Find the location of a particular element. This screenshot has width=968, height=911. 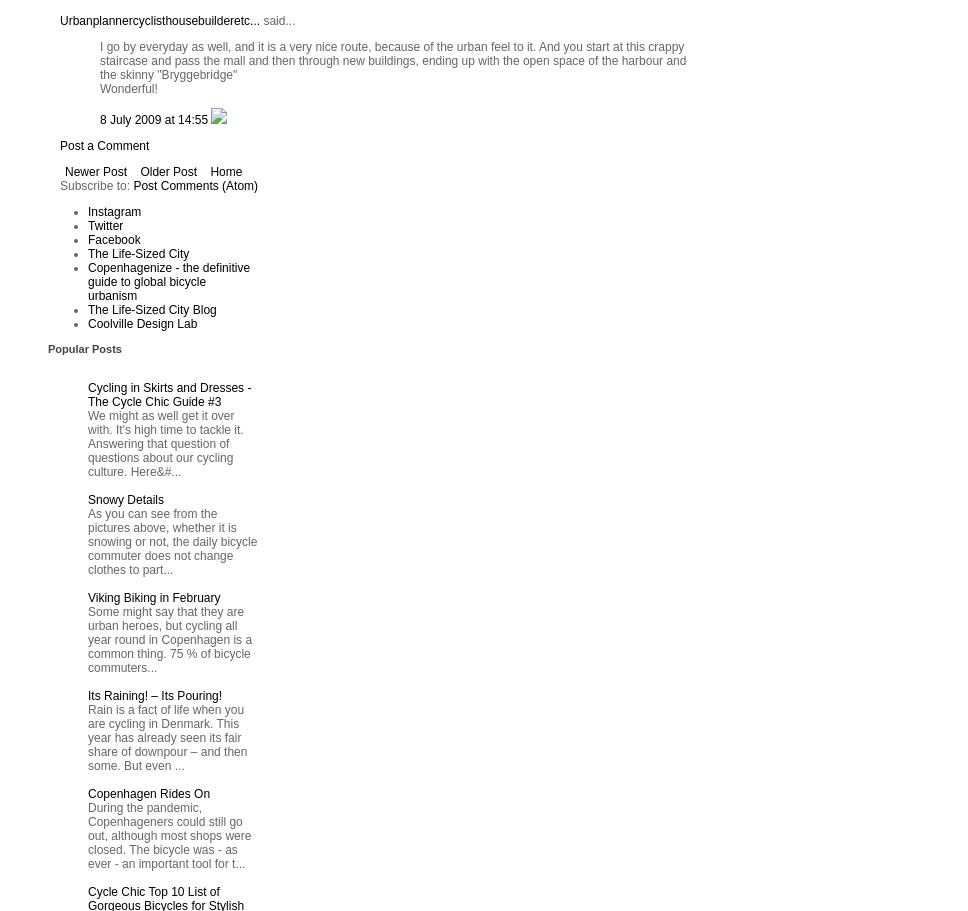

'Twitter' is located at coordinates (105, 226).